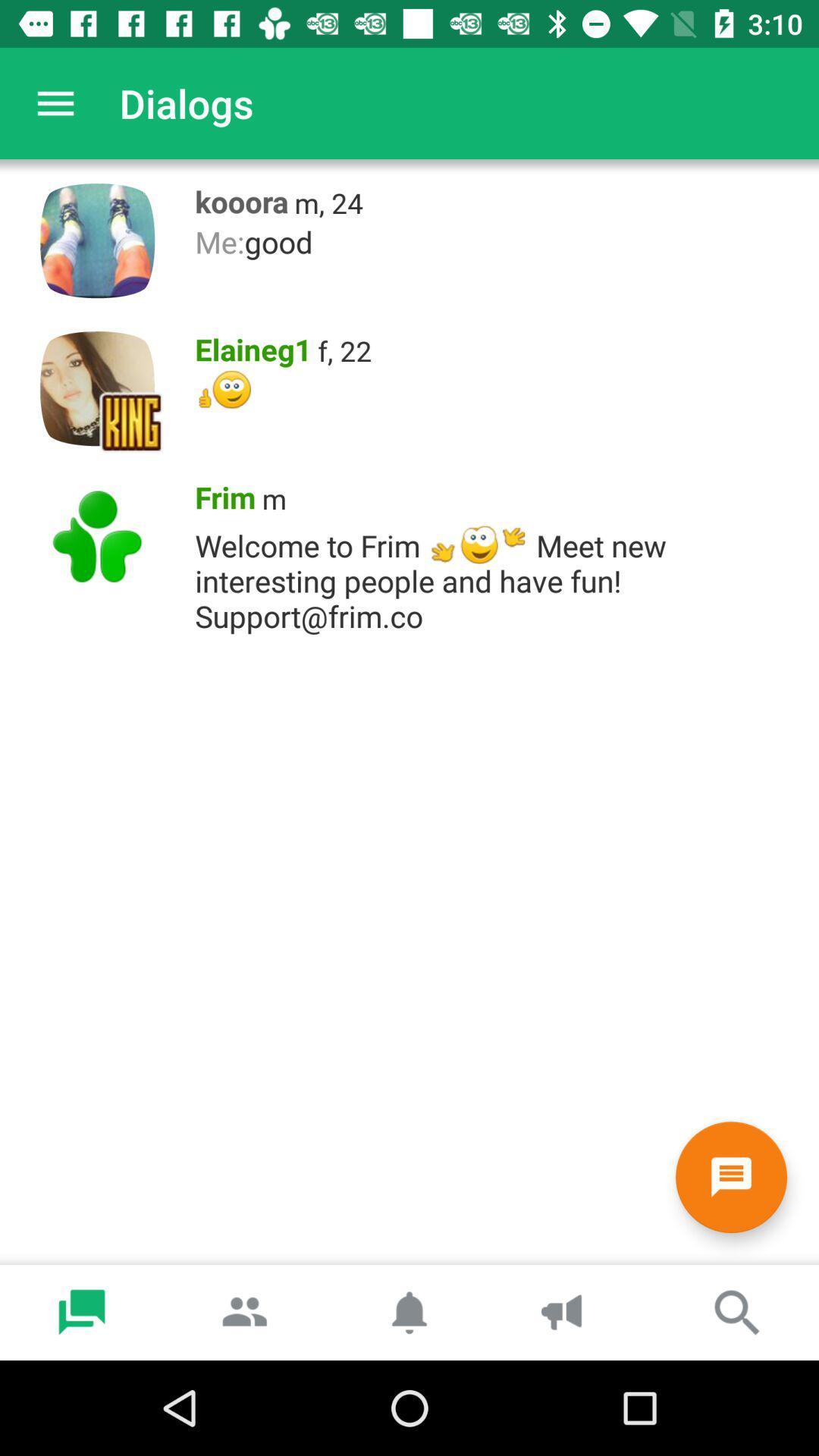 This screenshot has height=1456, width=819. I want to click on icon below kooora item, so click(499, 241).